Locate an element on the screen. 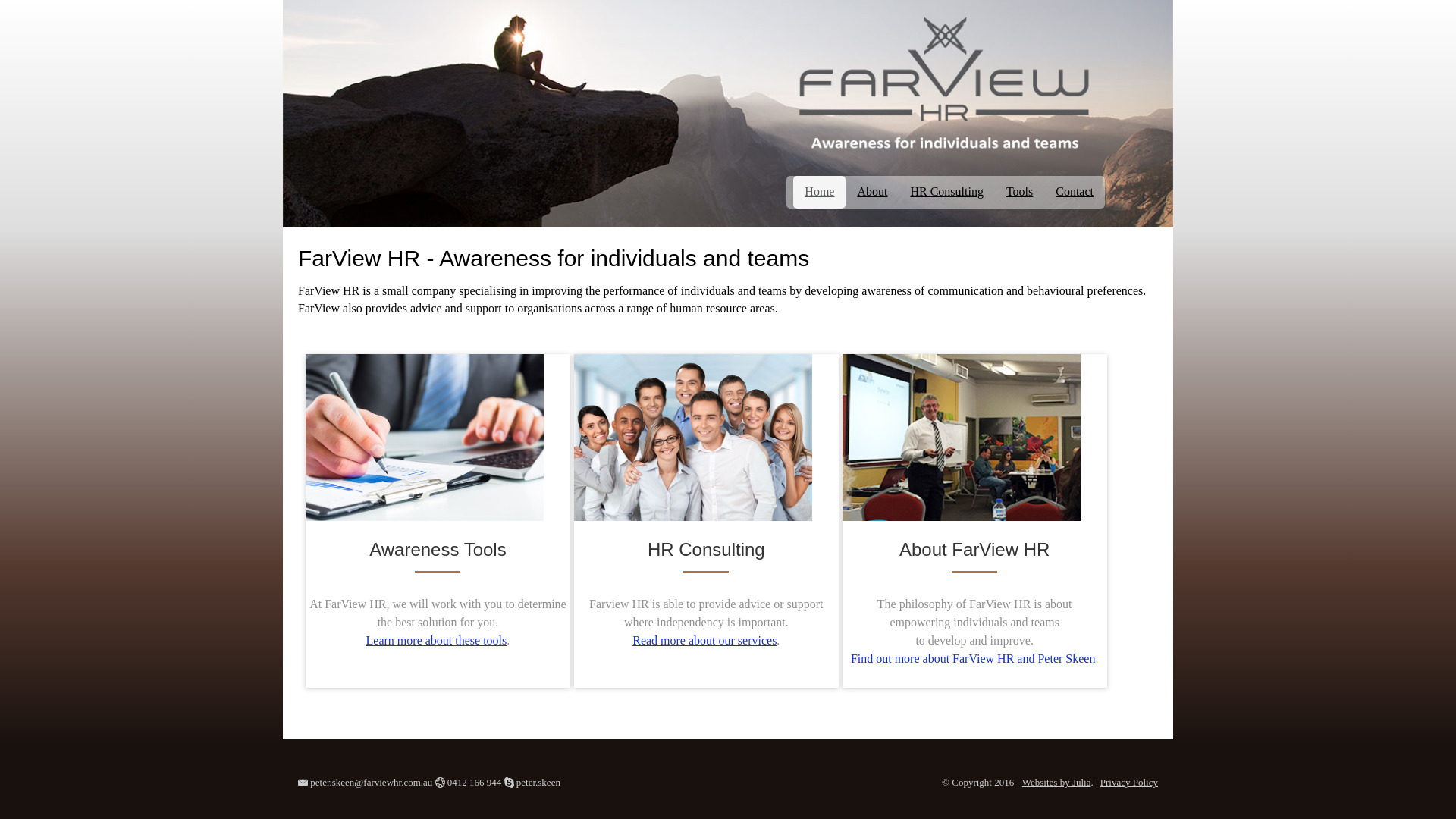 Image resolution: width=1456 pixels, height=819 pixels. 'About' is located at coordinates (872, 191).